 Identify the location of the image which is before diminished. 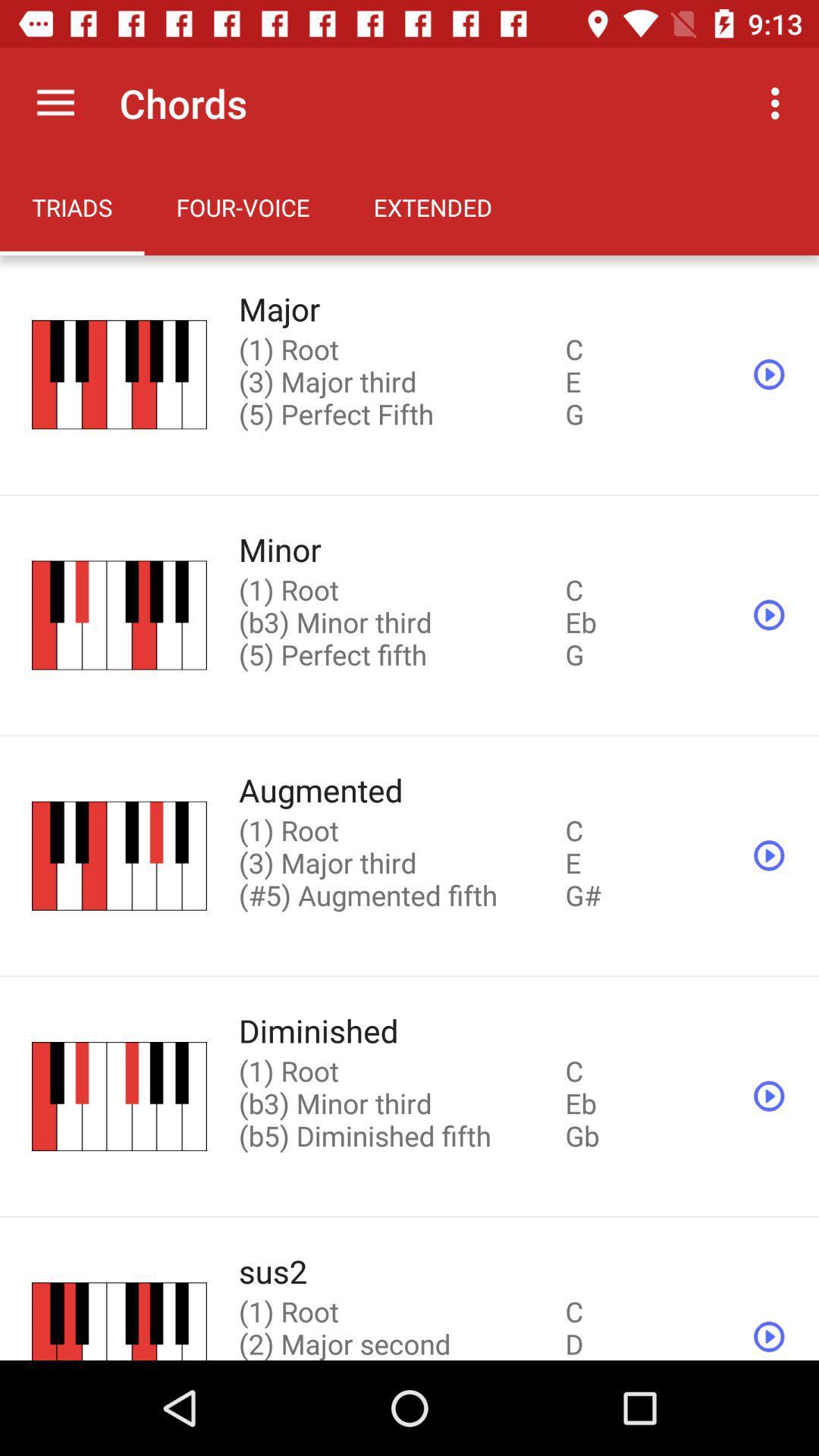
(118, 1097).